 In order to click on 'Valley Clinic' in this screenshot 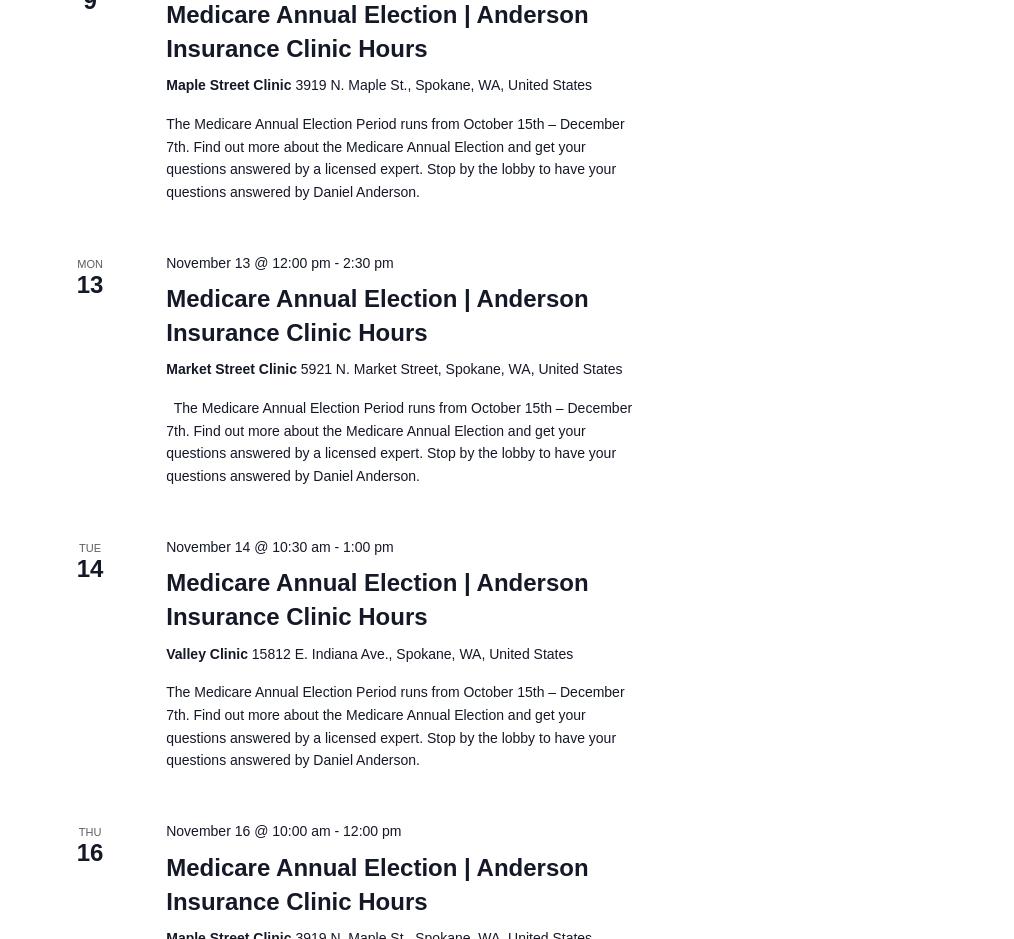, I will do `click(207, 652)`.